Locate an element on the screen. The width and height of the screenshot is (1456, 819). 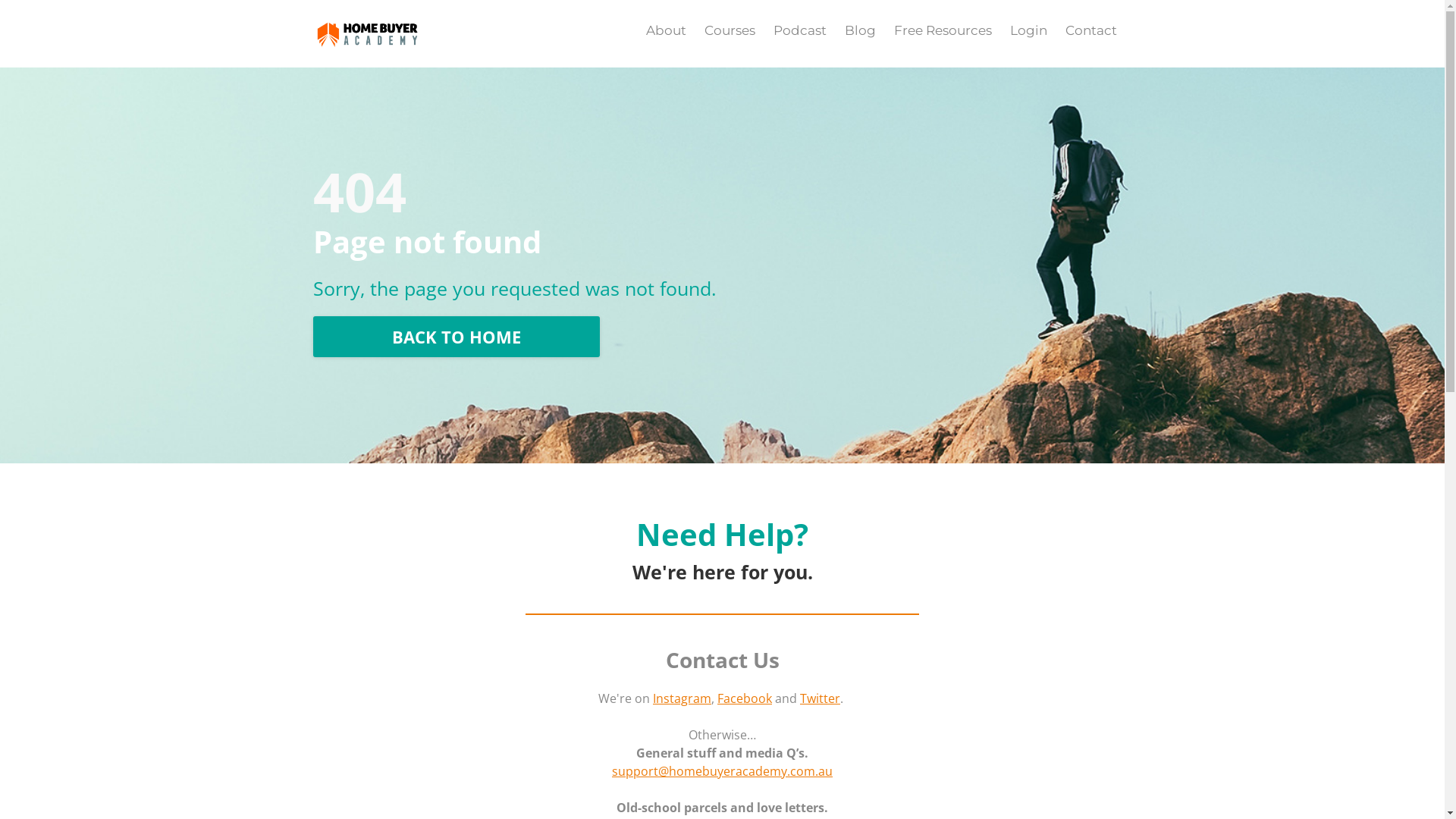
'About' is located at coordinates (666, 30).